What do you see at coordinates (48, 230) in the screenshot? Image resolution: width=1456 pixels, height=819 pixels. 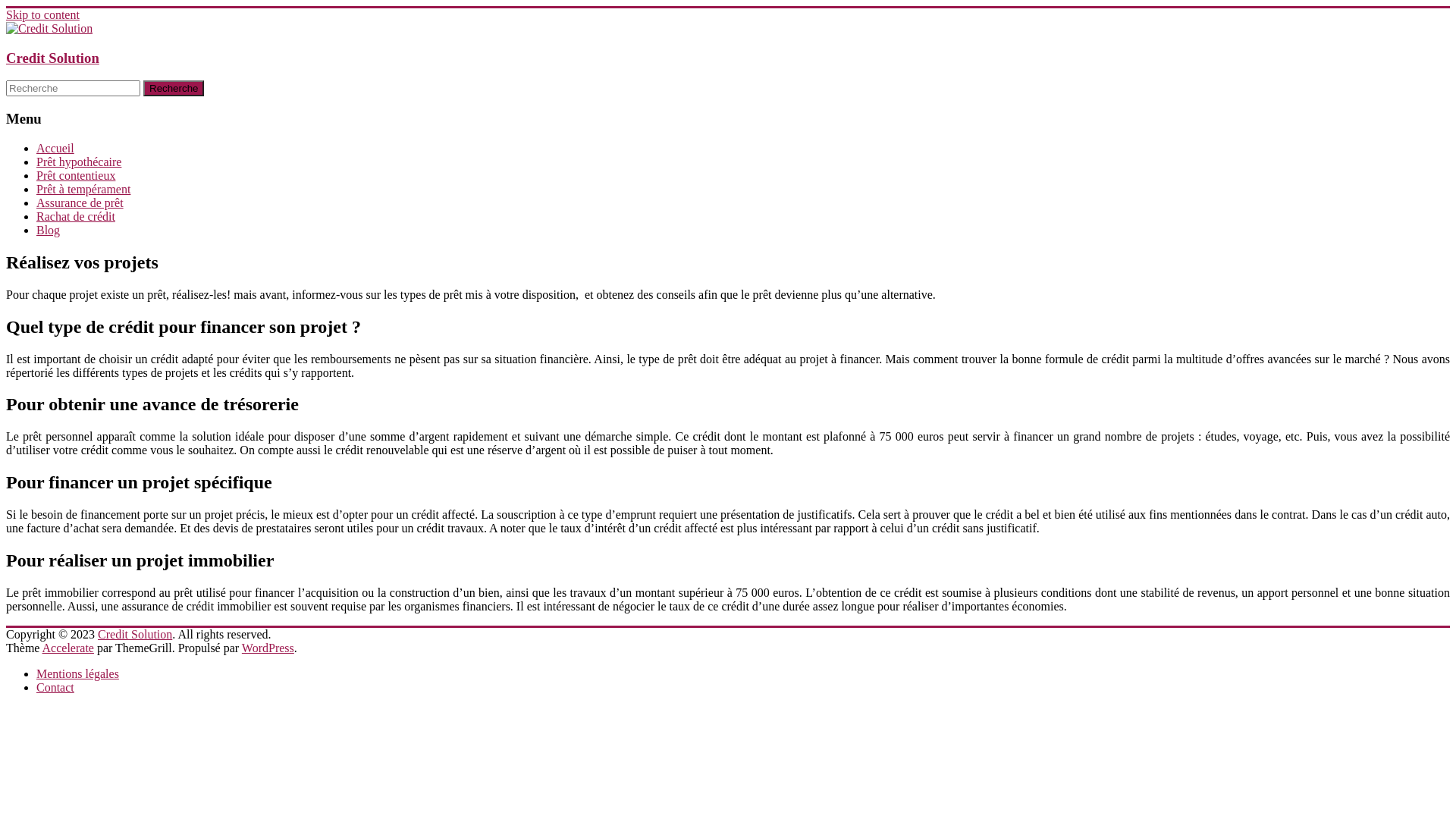 I see `'Blog'` at bounding box center [48, 230].